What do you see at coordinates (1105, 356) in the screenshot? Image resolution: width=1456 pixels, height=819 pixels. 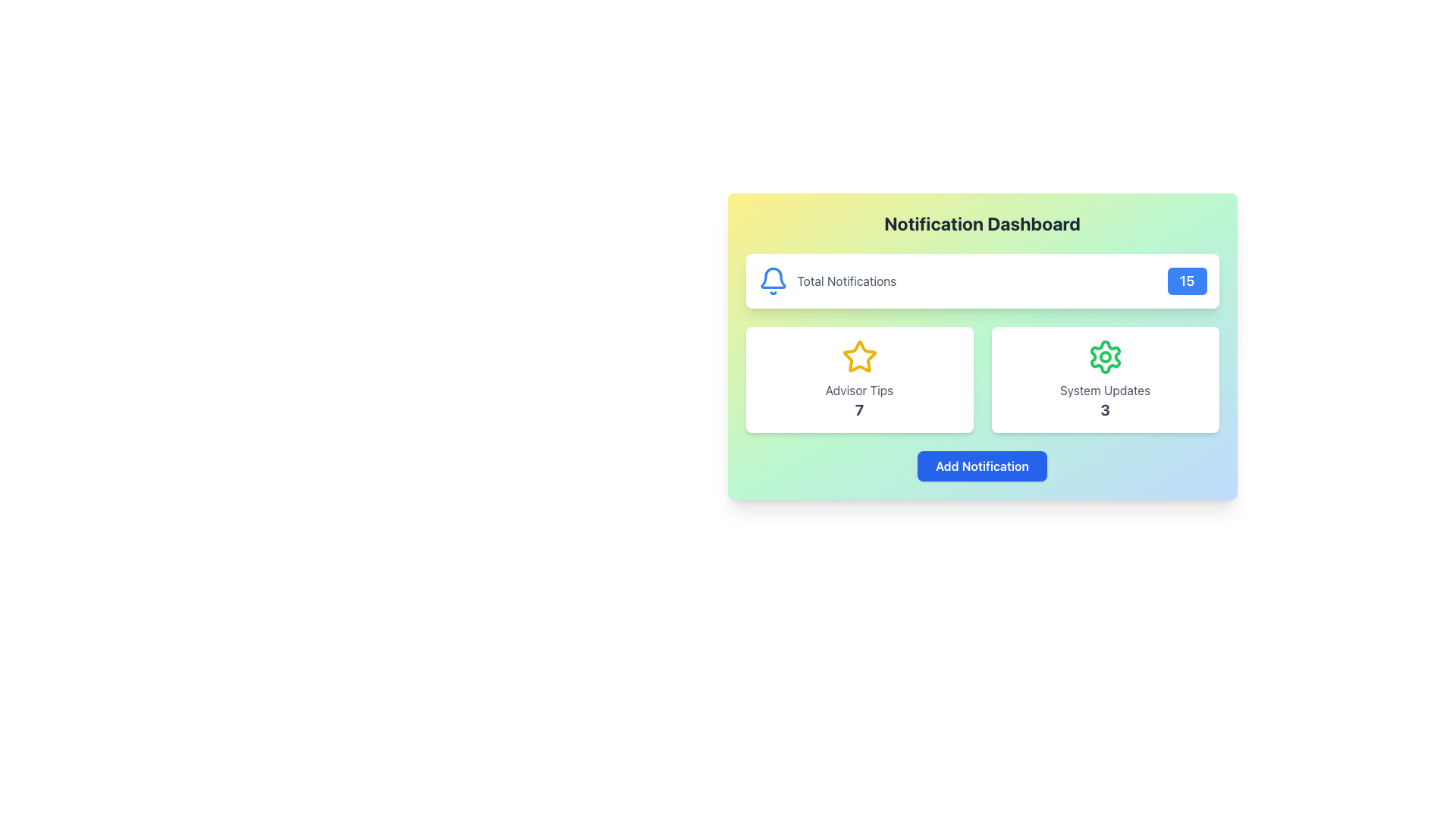 I see `the settings icon located at the bottom right of the dashboard, above the 'System Updates' label and to the right of the number '3'` at bounding box center [1105, 356].